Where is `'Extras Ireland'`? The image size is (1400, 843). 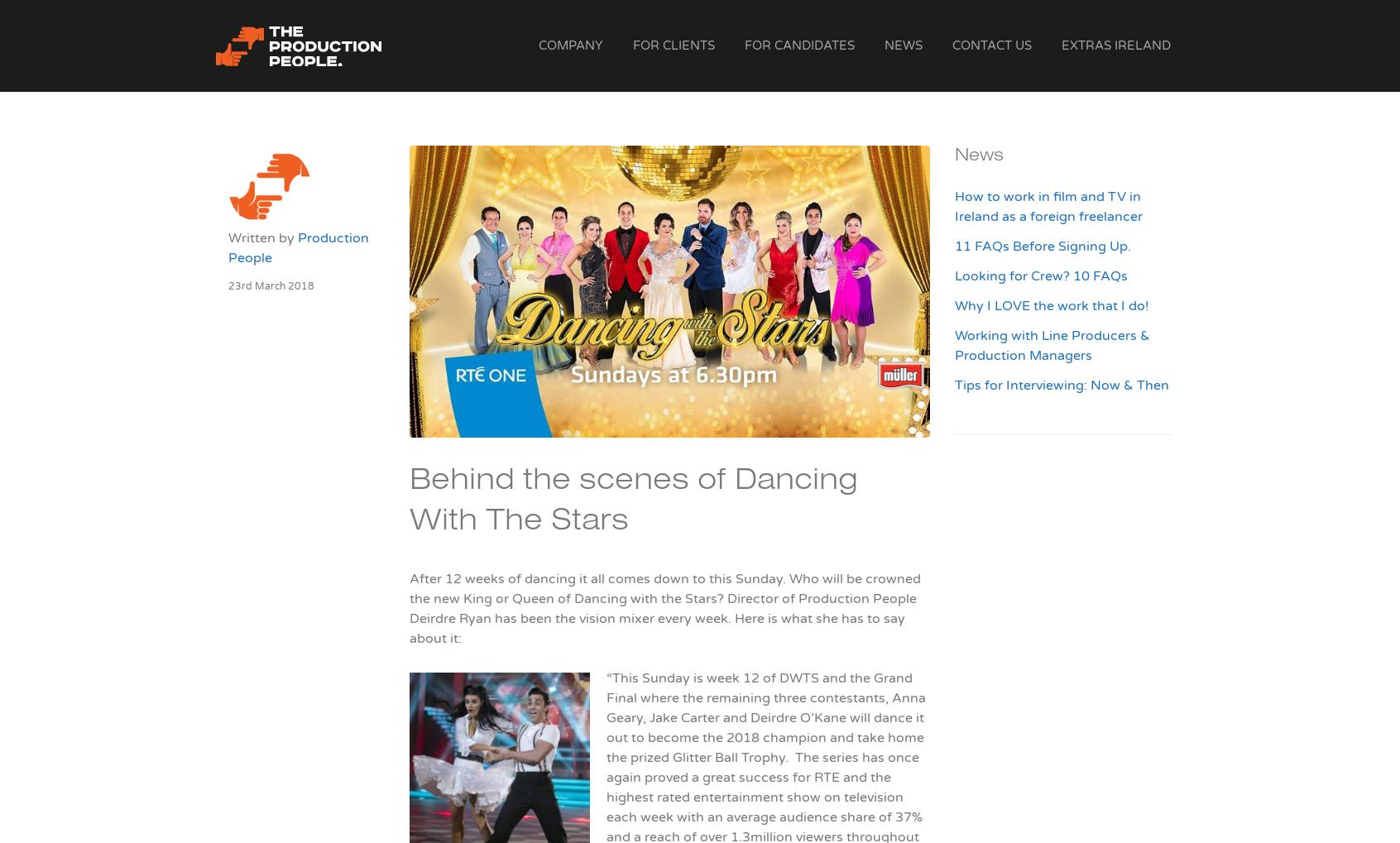
'Extras Ireland' is located at coordinates (1116, 46).